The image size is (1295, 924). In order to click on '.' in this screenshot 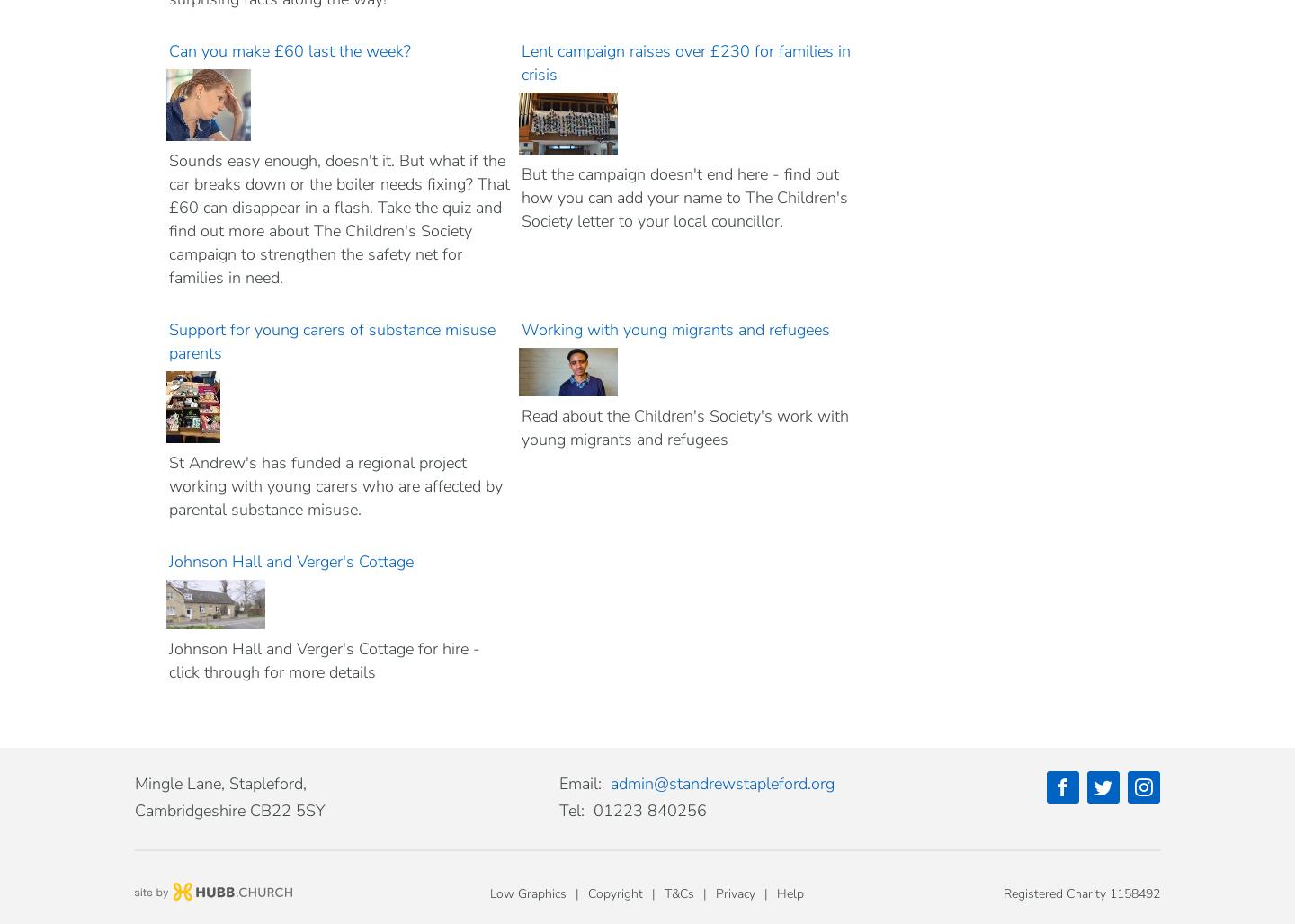, I will do `click(808, 782)`.